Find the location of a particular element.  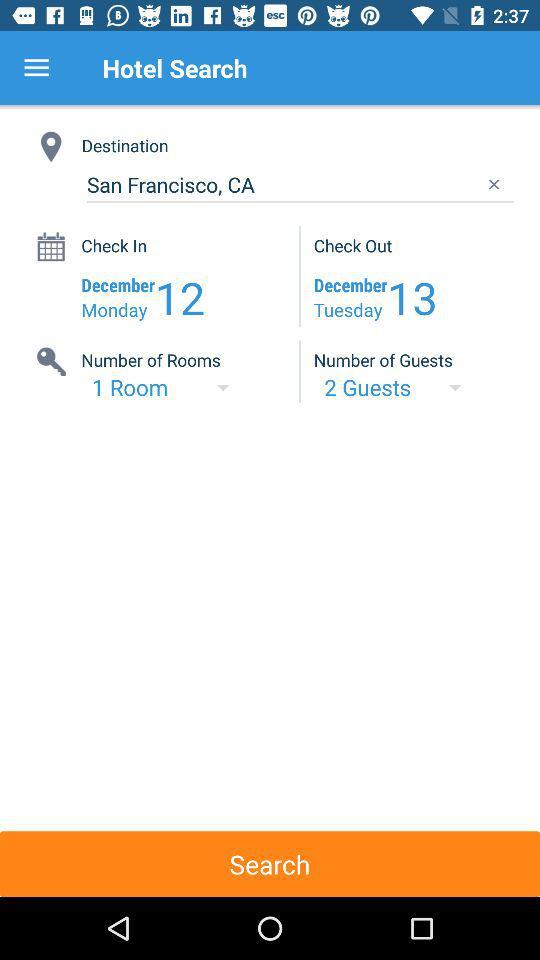

san francisco, ca icon is located at coordinates (299, 185).